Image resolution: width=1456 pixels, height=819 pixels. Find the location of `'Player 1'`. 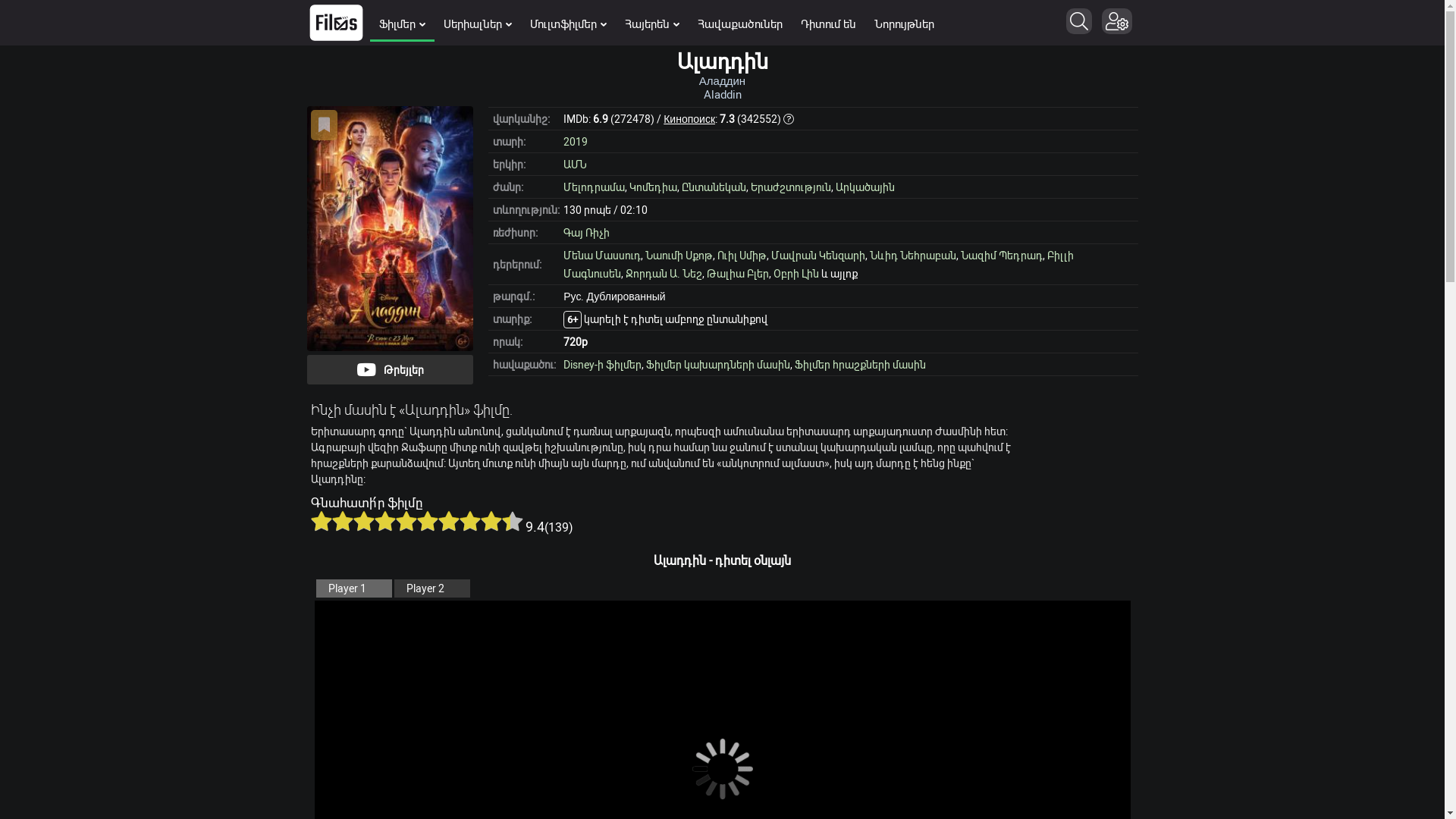

'Player 1' is located at coordinates (352, 587).